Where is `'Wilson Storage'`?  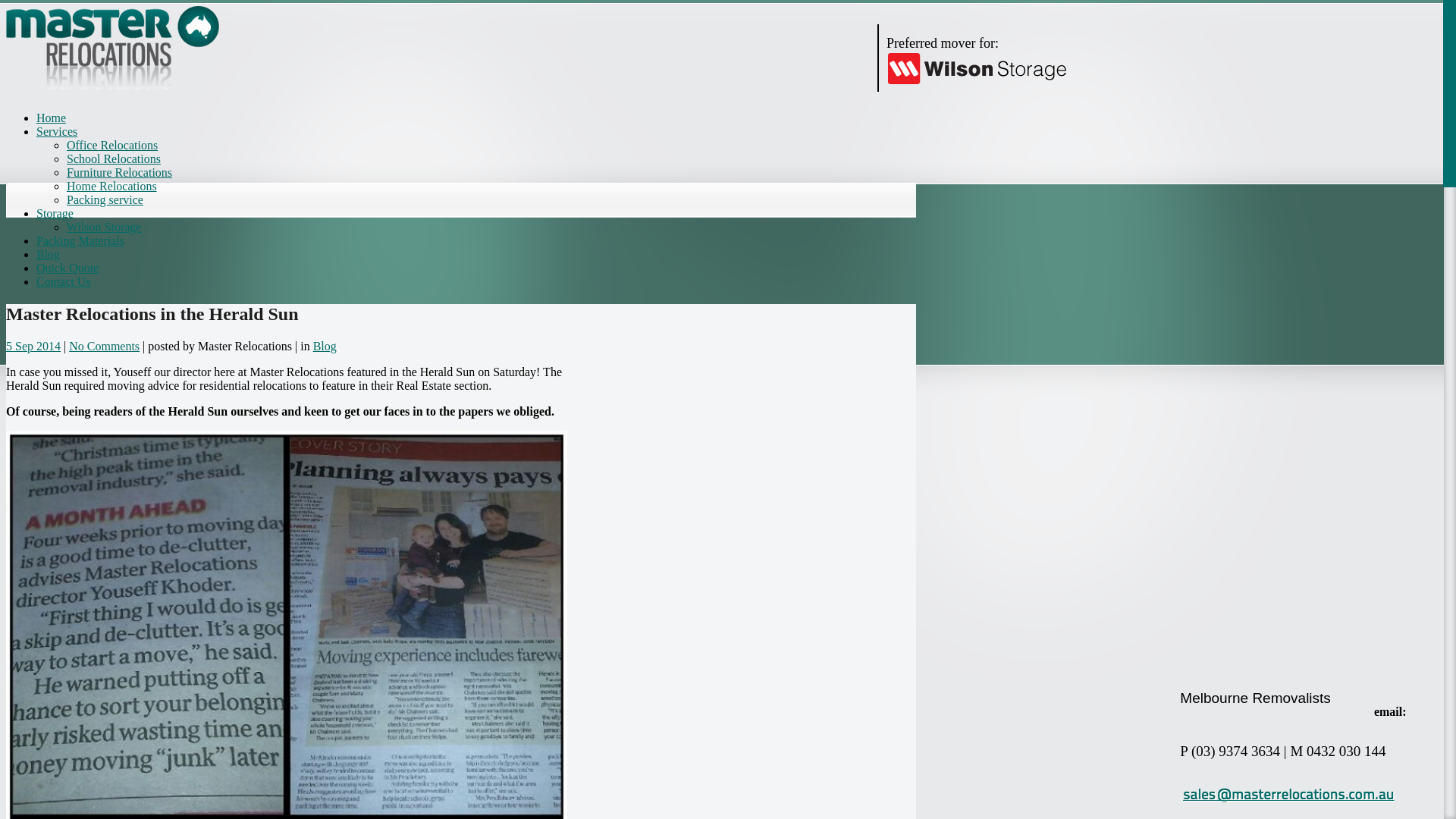 'Wilson Storage' is located at coordinates (103, 227).